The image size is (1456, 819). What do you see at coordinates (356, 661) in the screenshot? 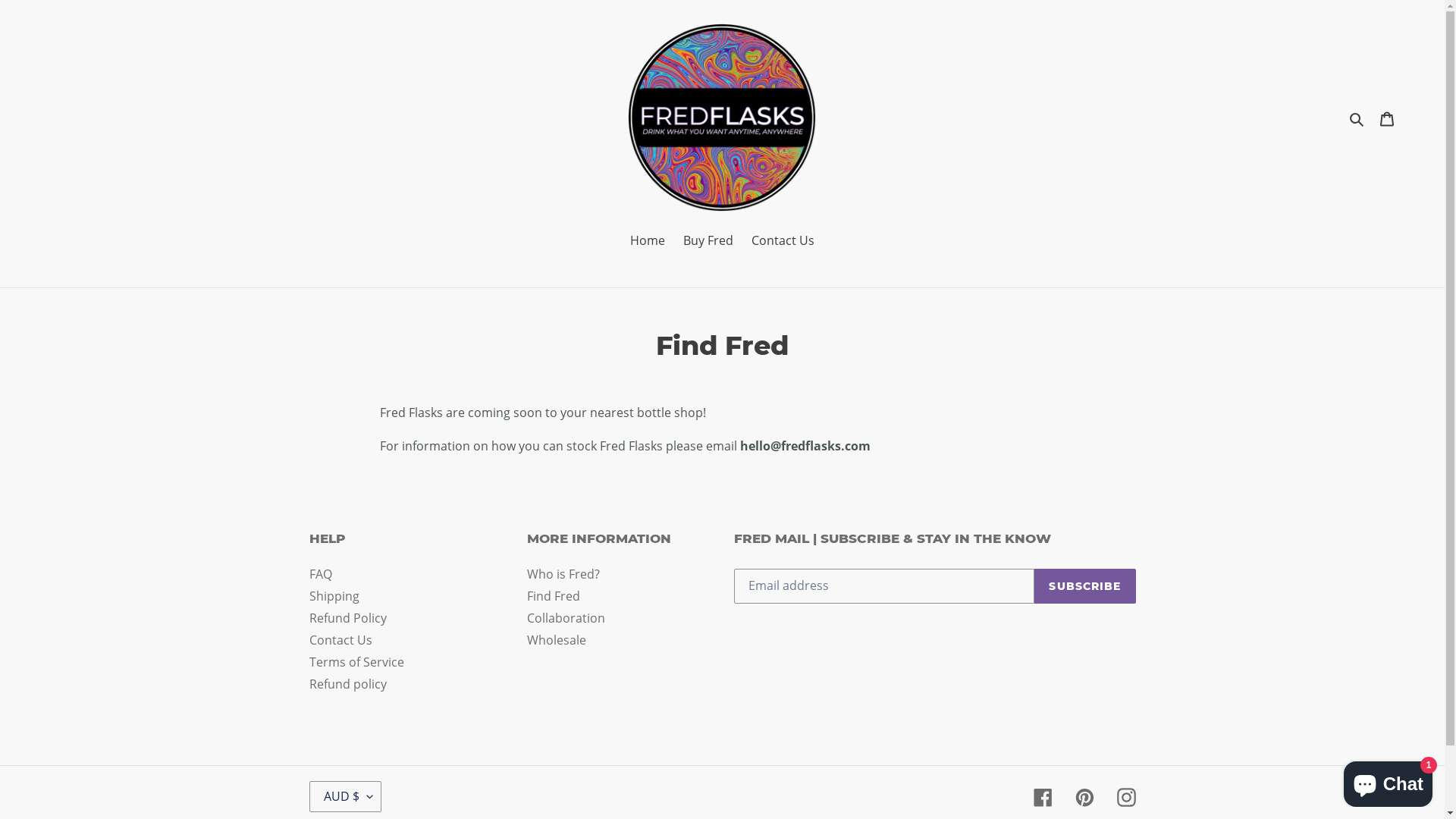
I see `'Terms of Service'` at bounding box center [356, 661].